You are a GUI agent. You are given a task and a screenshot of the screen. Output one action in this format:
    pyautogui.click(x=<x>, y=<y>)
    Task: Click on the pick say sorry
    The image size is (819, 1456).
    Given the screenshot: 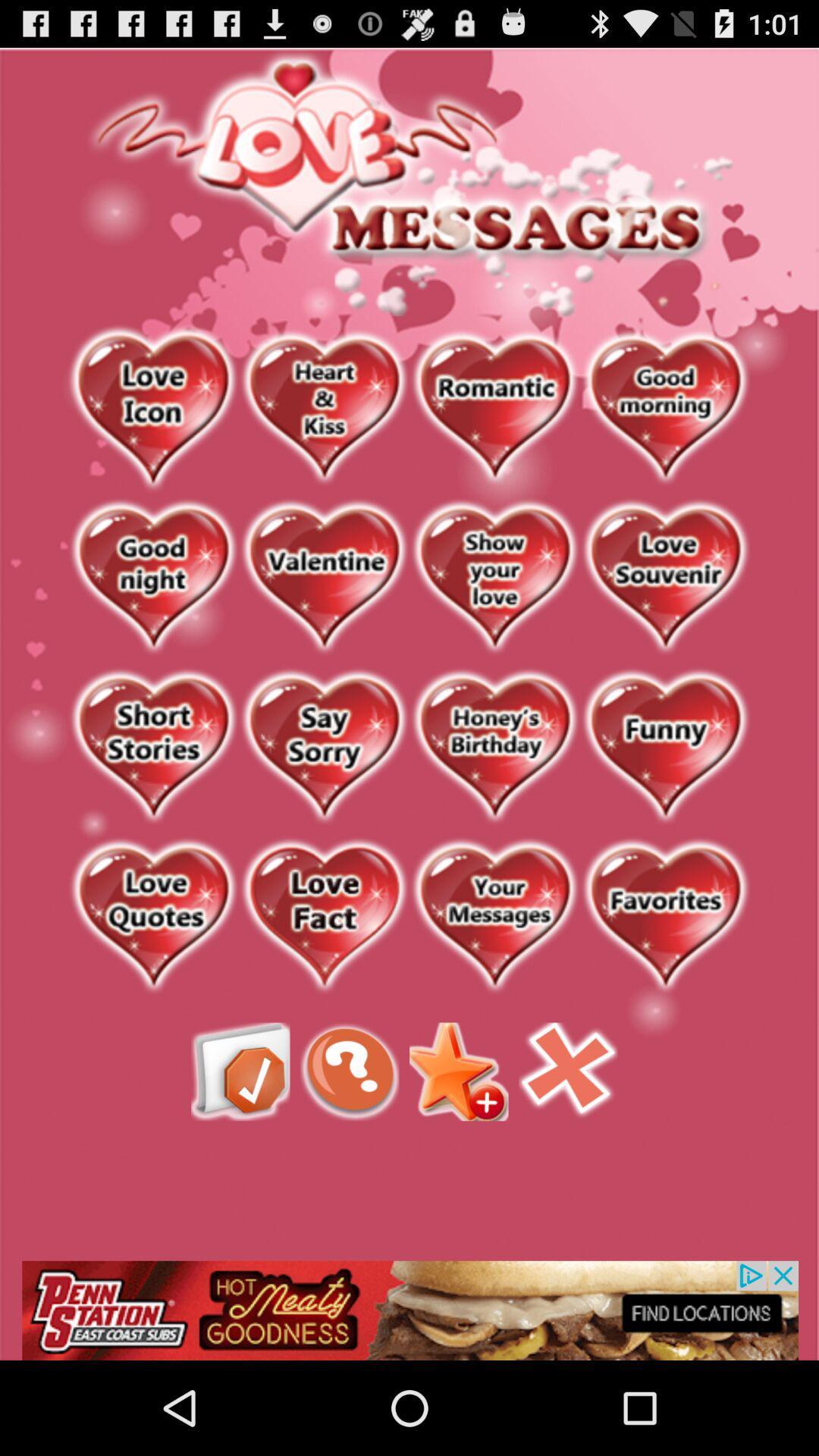 What is the action you would take?
    pyautogui.click(x=323, y=748)
    